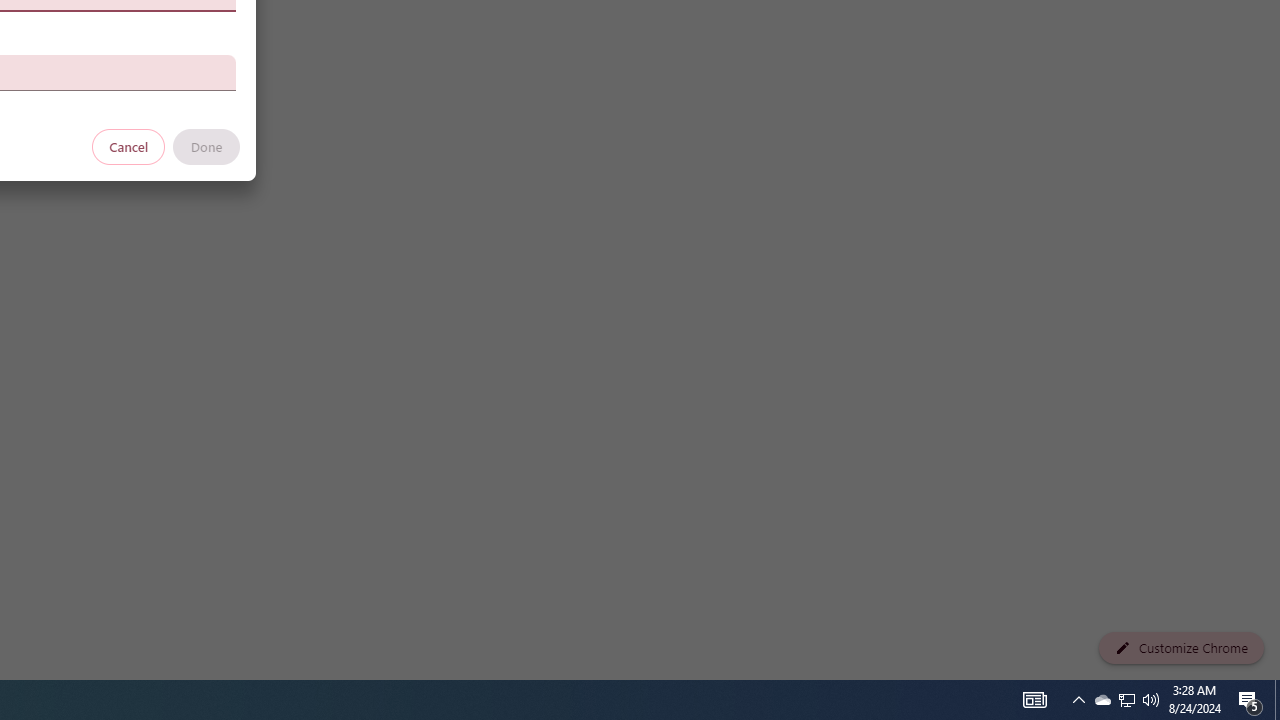  Describe the element at coordinates (128, 145) in the screenshot. I see `'Cancel'` at that location.